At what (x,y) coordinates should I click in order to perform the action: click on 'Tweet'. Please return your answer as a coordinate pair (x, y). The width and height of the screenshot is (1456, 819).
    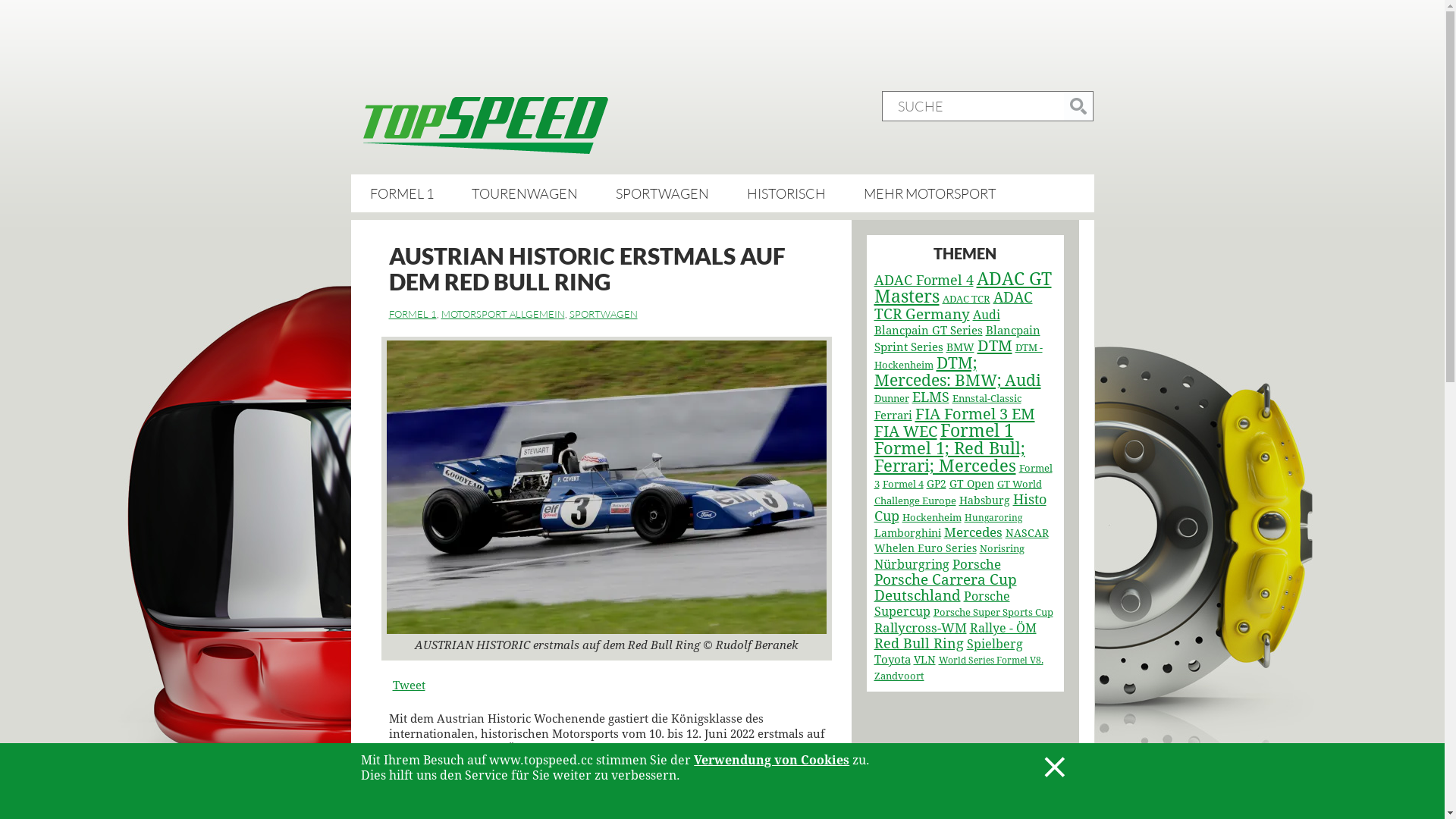
    Looking at the image, I should click on (393, 684).